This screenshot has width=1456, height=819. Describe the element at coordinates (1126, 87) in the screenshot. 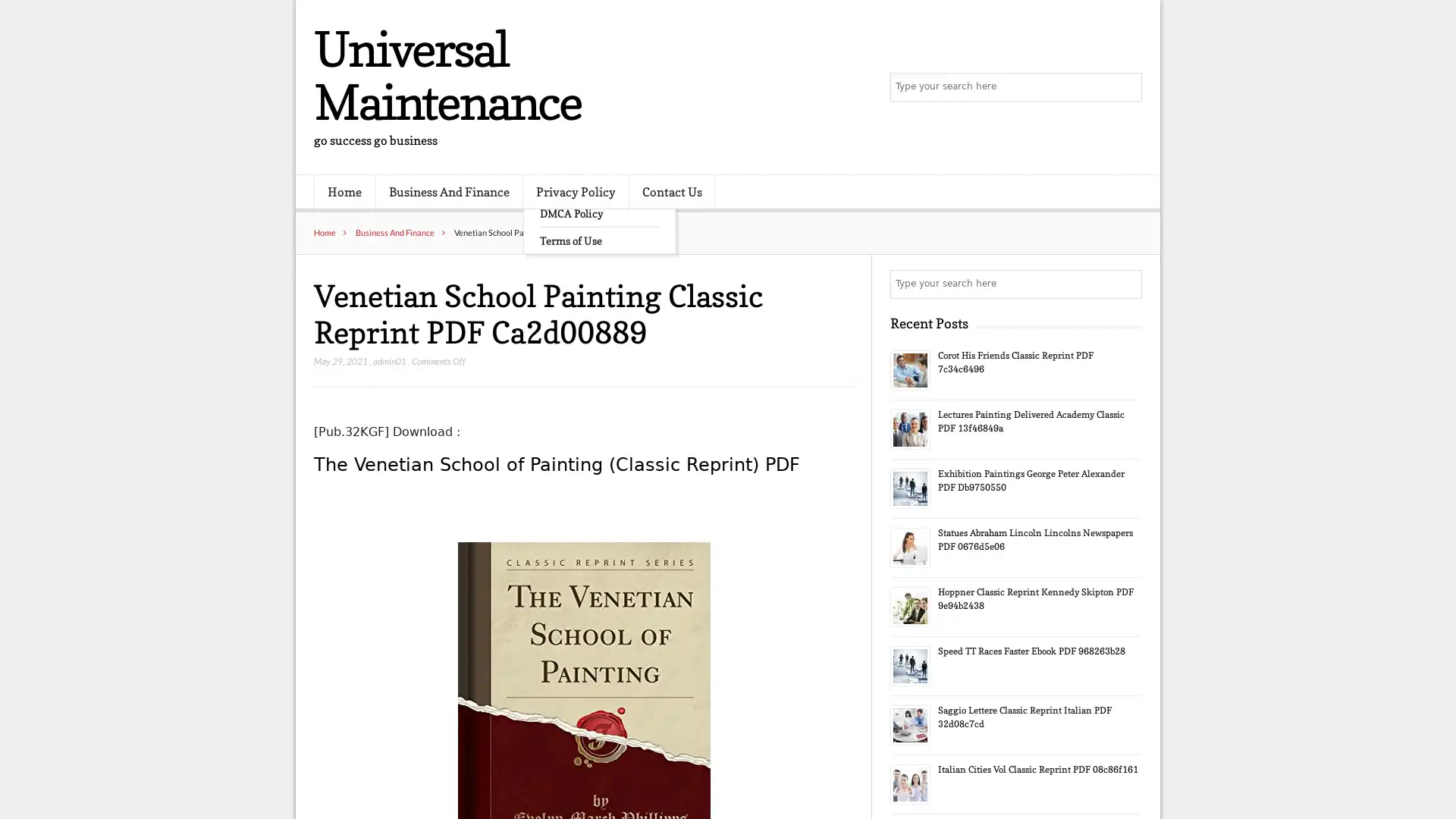

I see `Search` at that location.